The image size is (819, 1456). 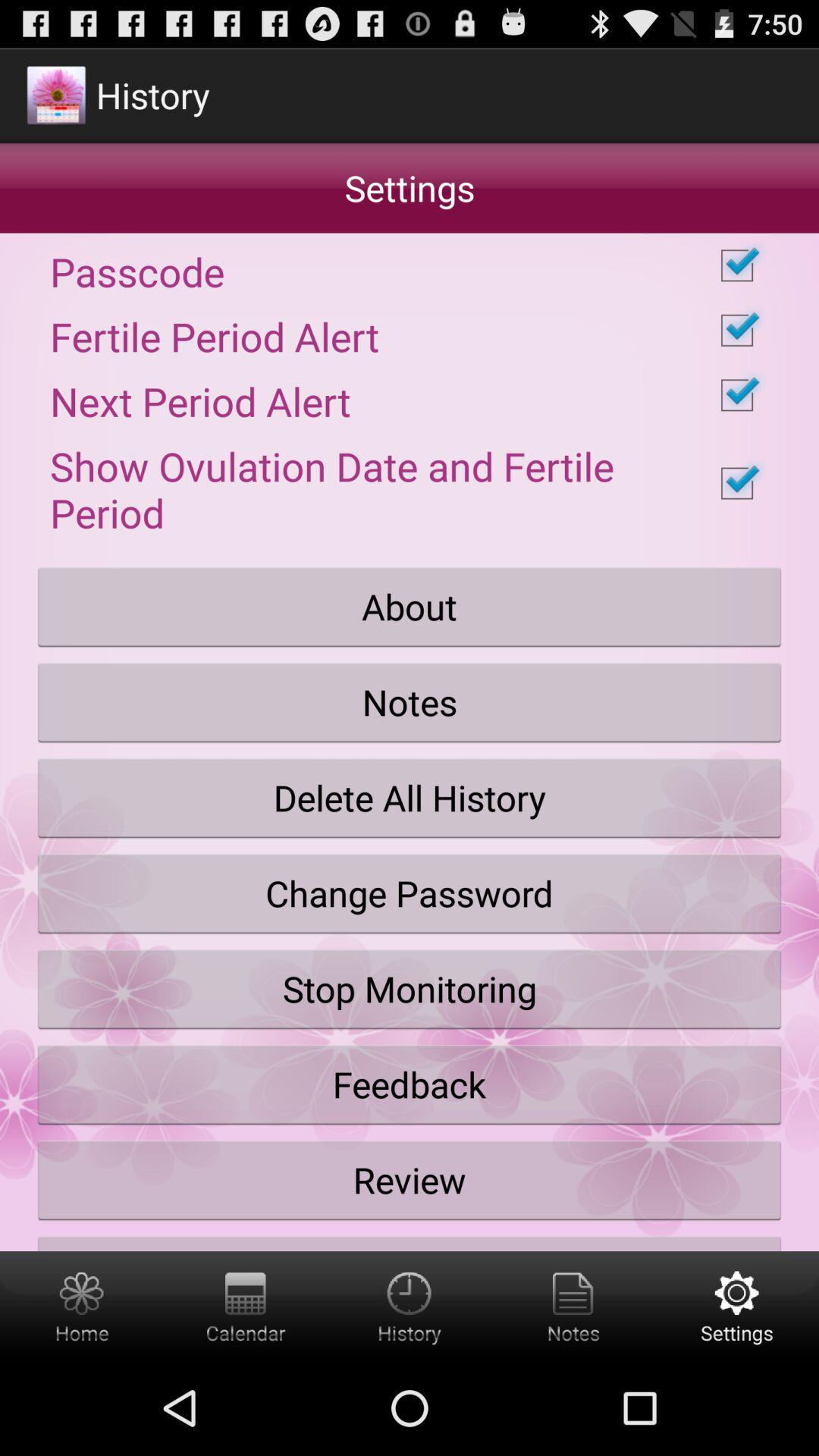 I want to click on icon below the notes button, so click(x=409, y=797).